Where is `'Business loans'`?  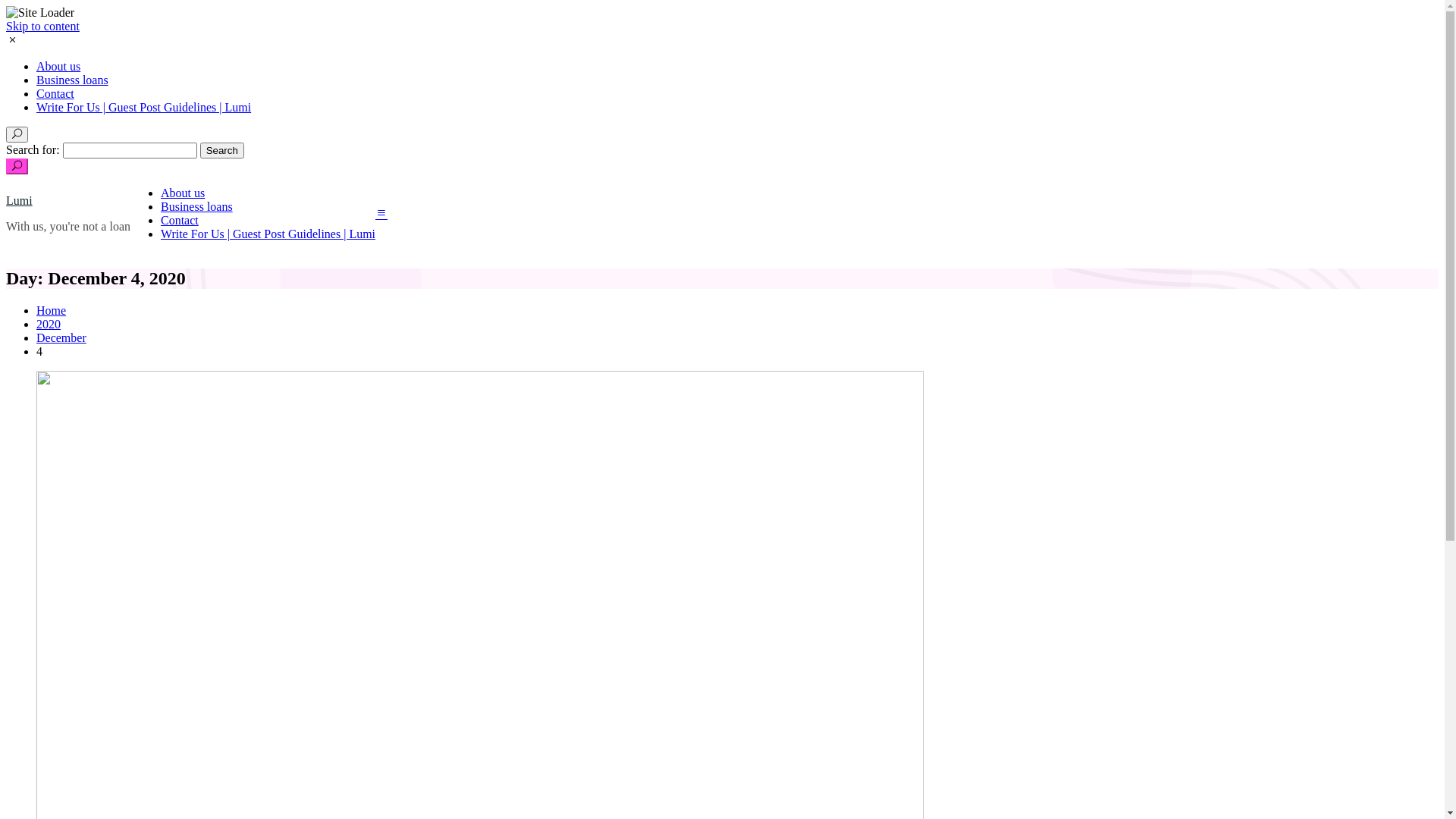
'Business loans' is located at coordinates (71, 80).